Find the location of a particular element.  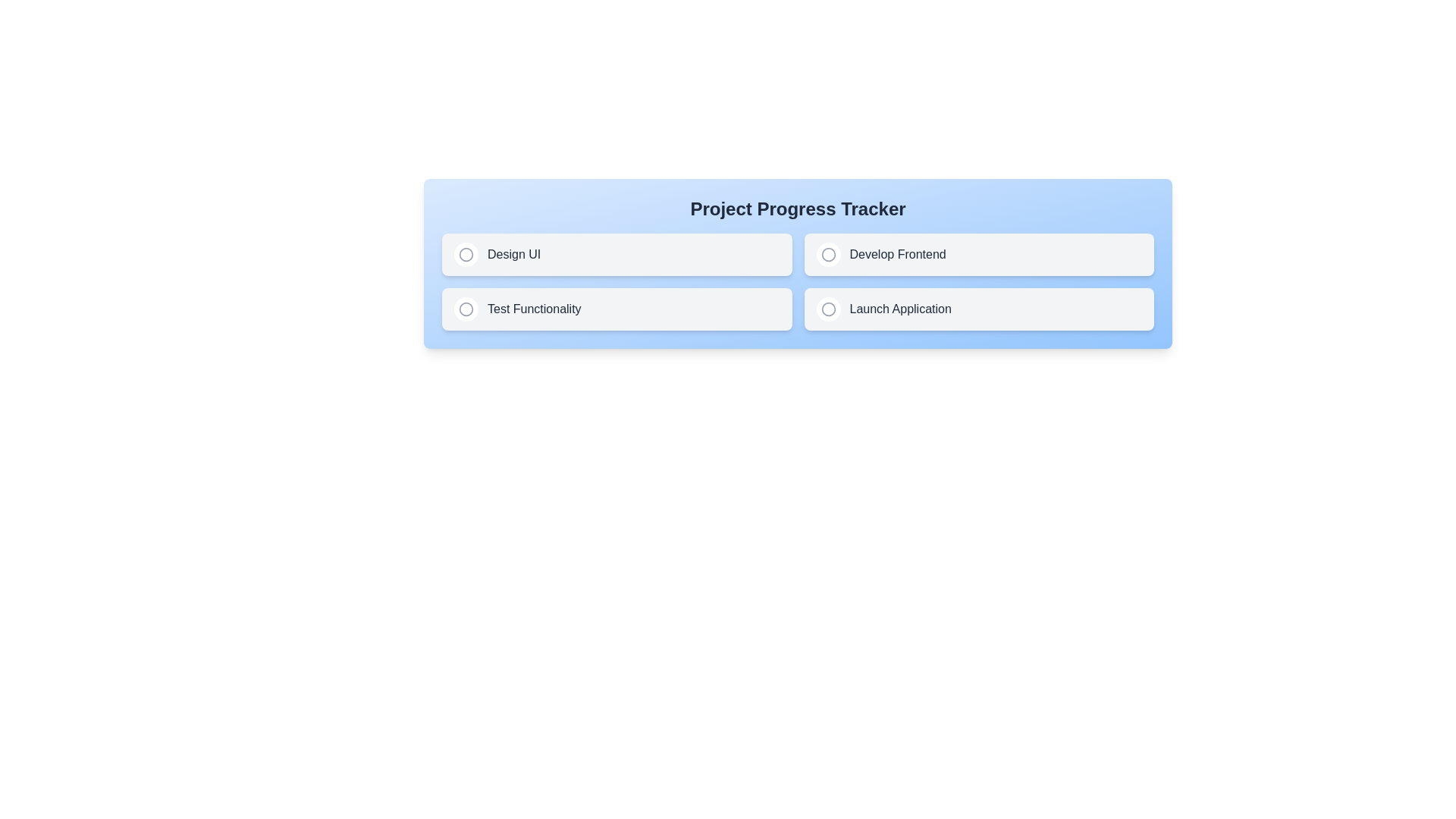

the 'Design UI' task chip to toggle its completion state is located at coordinates (617, 253).